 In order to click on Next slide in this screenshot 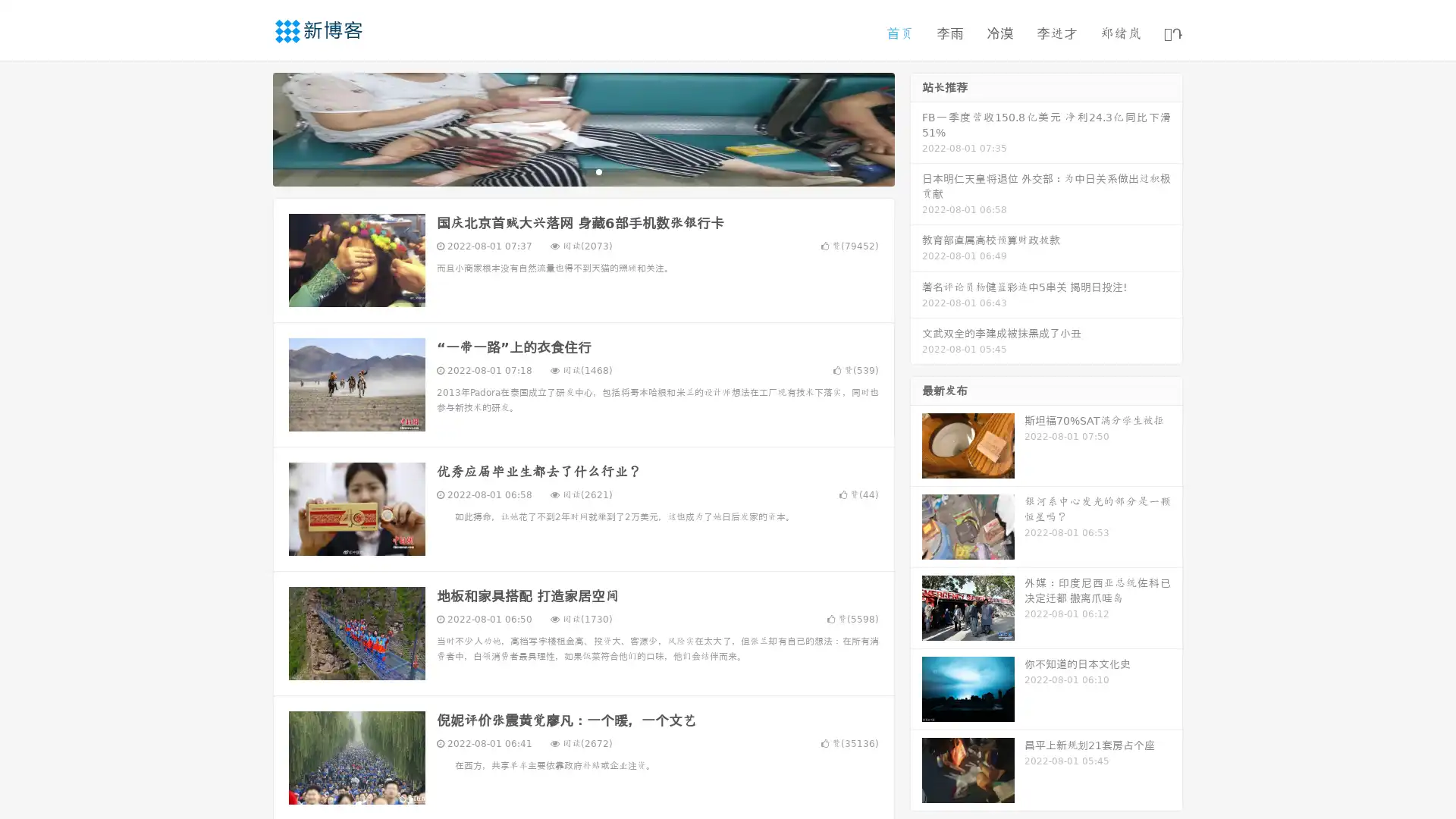, I will do `click(916, 127)`.